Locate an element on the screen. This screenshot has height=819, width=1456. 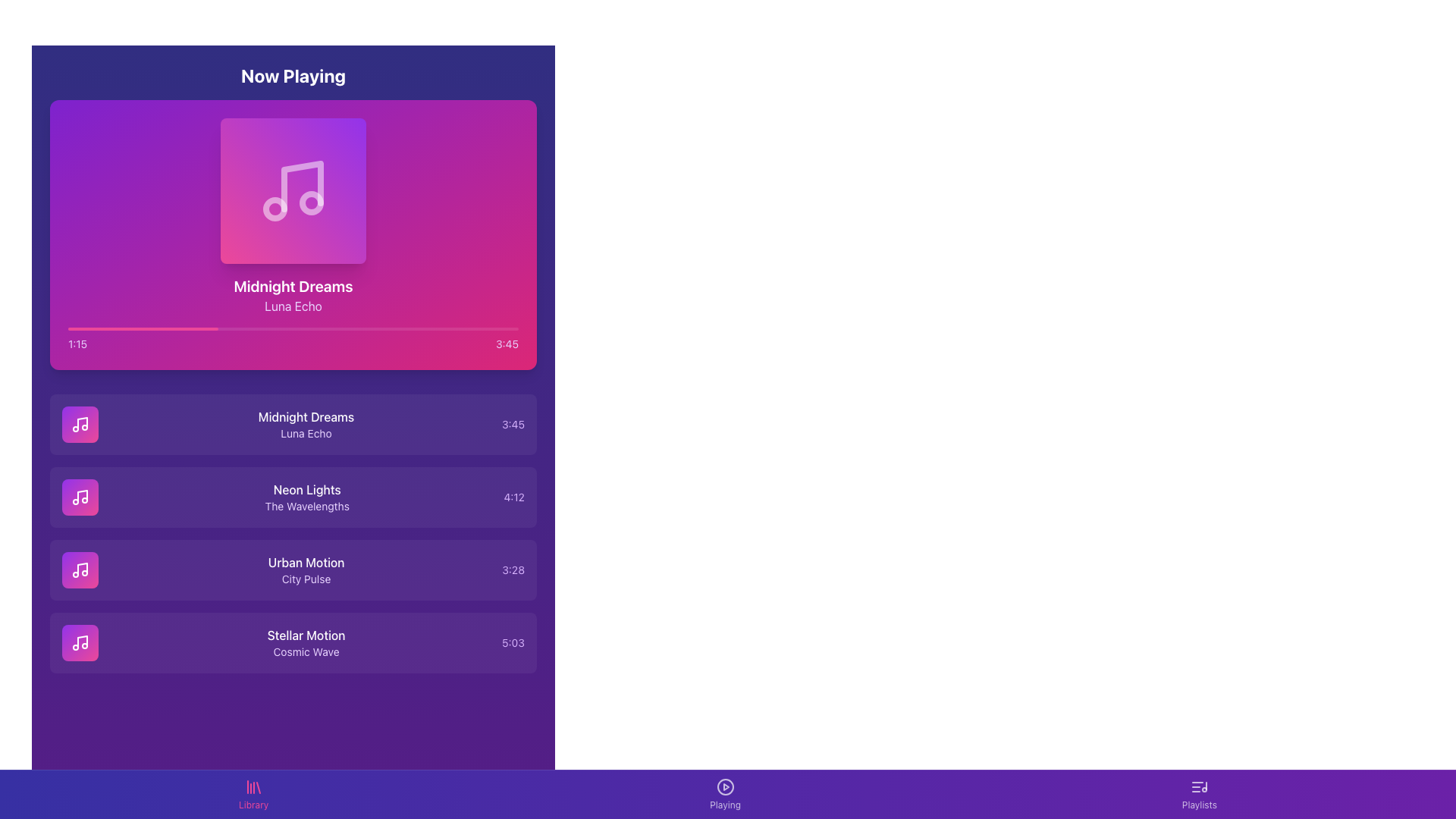
text label that serves as the title of the currently playing track, positioned centrally beneath a musical note icon and above a progress bar is located at coordinates (293, 287).